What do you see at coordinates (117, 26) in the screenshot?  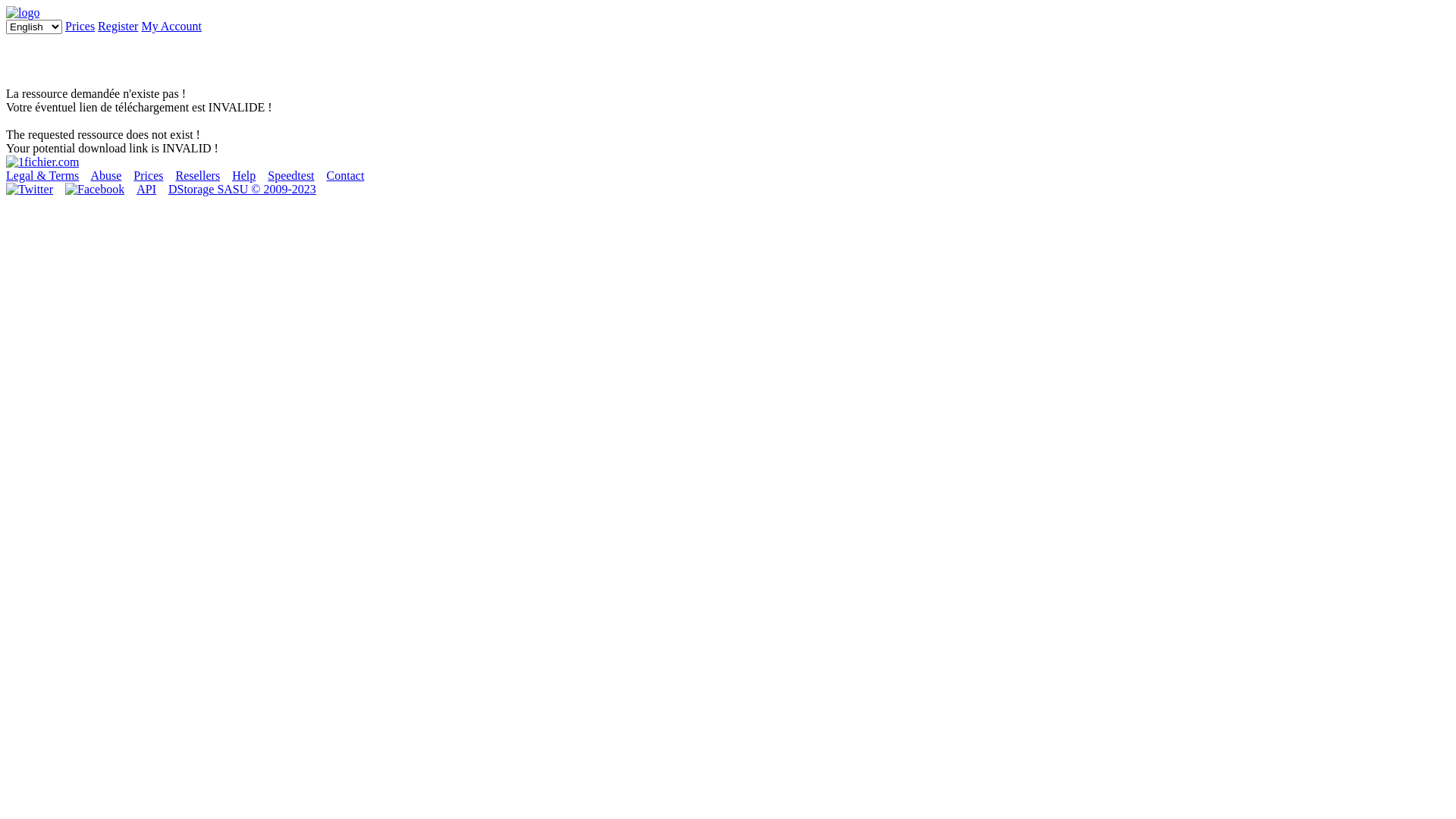 I see `'Register'` at bounding box center [117, 26].